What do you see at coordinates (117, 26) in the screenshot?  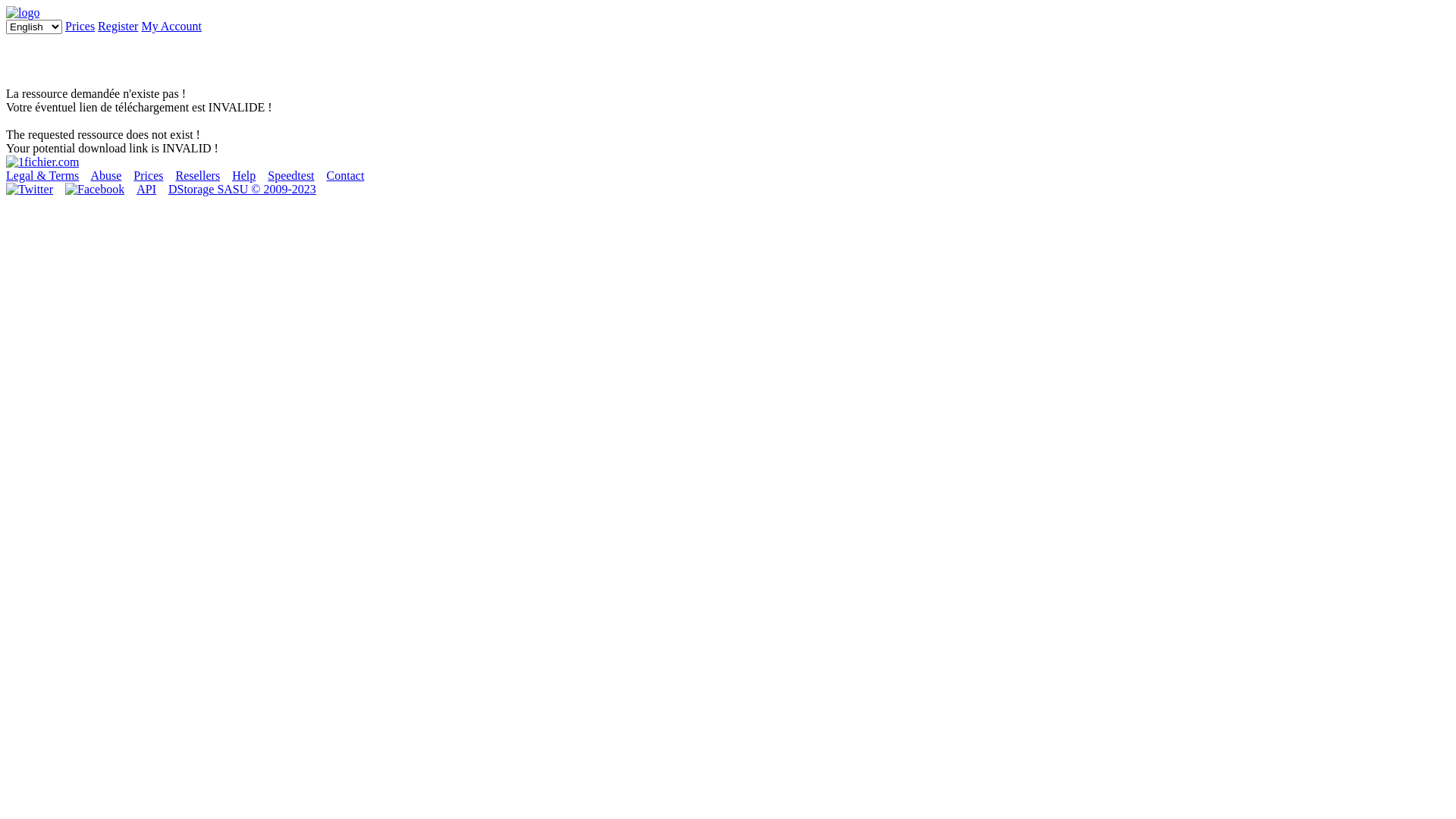 I see `'Register'` at bounding box center [117, 26].